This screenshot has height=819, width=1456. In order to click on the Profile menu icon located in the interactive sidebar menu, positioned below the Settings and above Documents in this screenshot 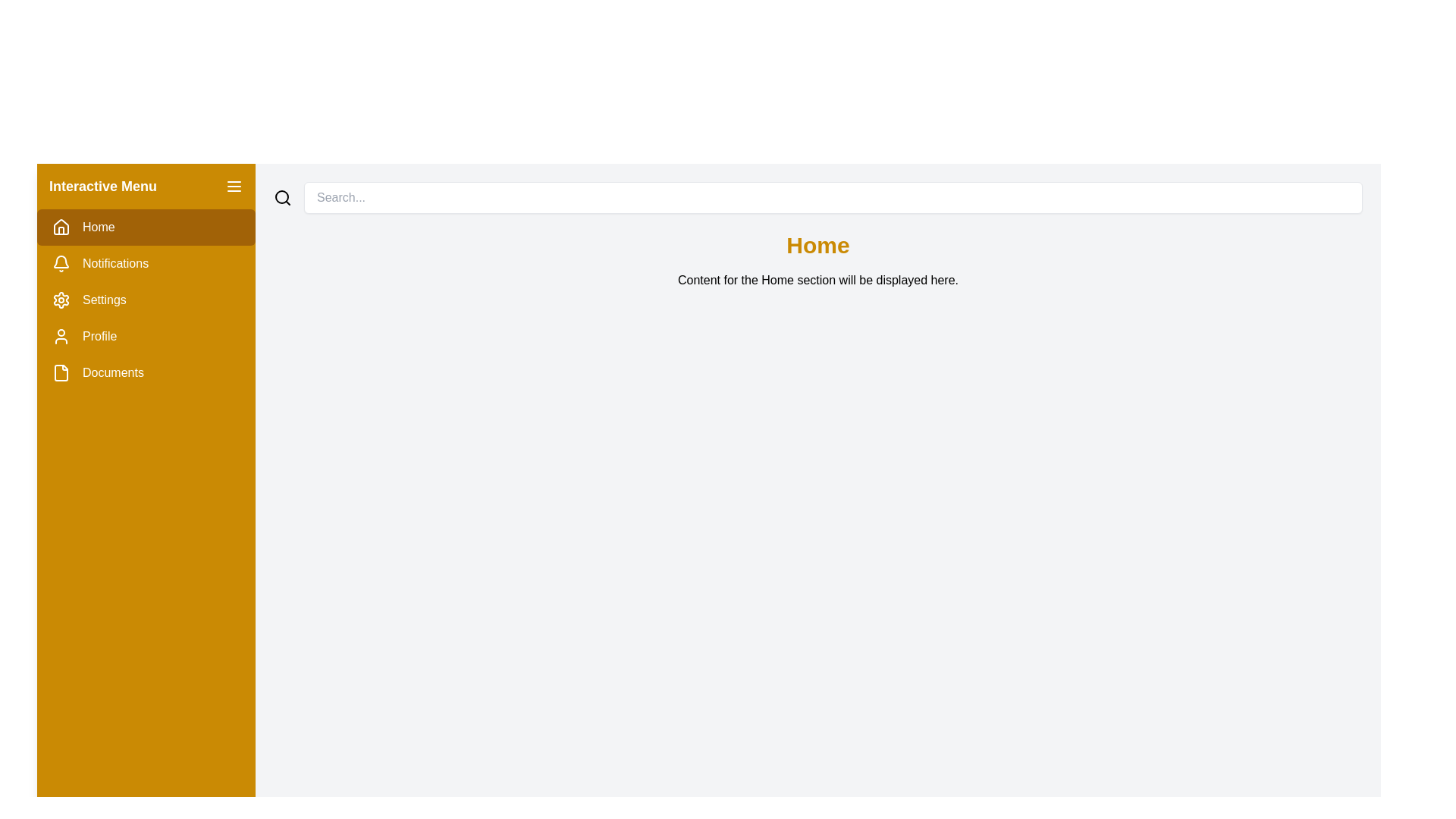, I will do `click(61, 335)`.